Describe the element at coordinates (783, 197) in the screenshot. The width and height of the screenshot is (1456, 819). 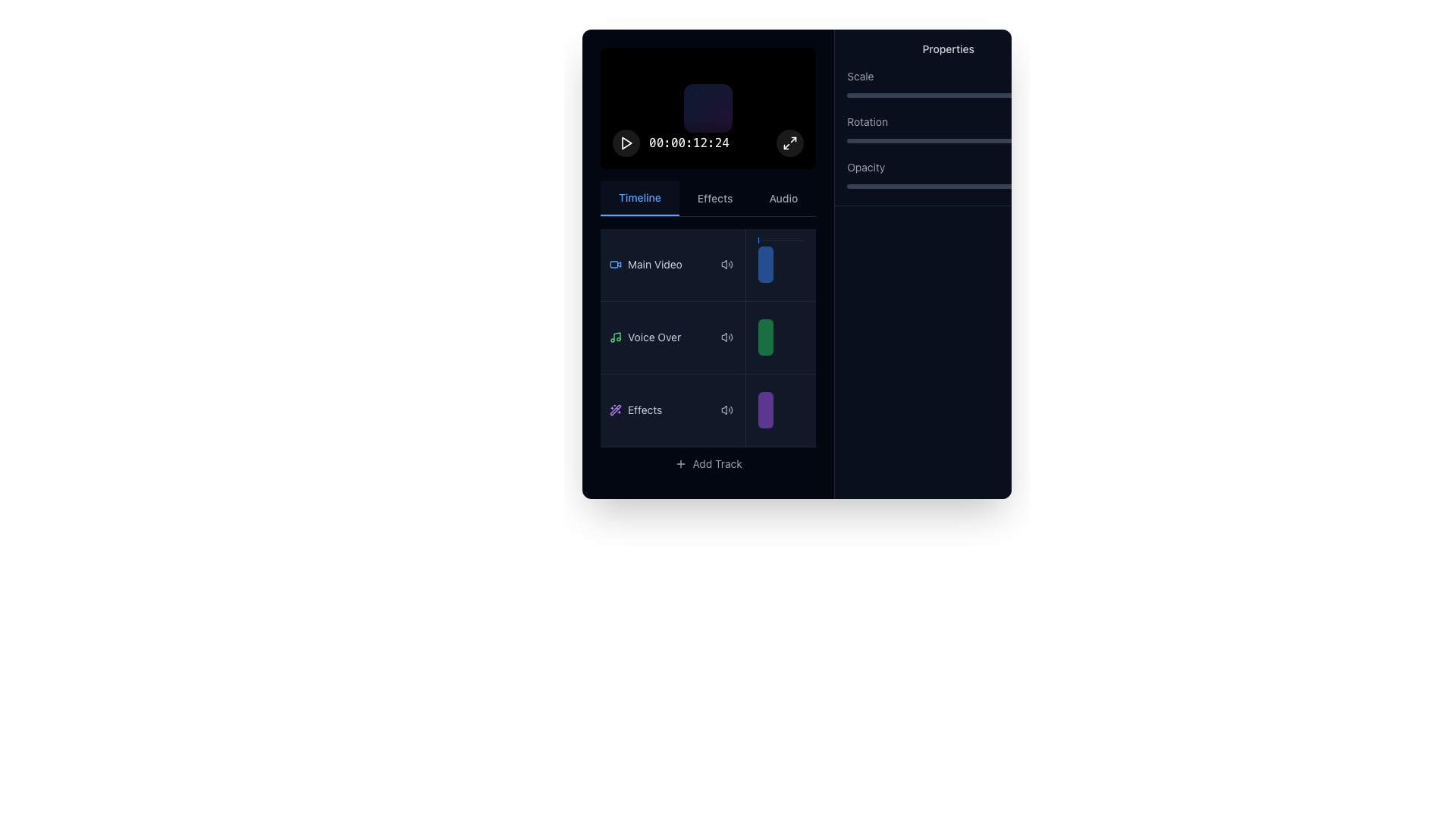
I see `the 'Audio' button, which is the third button in the horizontal tab navigation bar, to switch to the 'Audio' section` at that location.